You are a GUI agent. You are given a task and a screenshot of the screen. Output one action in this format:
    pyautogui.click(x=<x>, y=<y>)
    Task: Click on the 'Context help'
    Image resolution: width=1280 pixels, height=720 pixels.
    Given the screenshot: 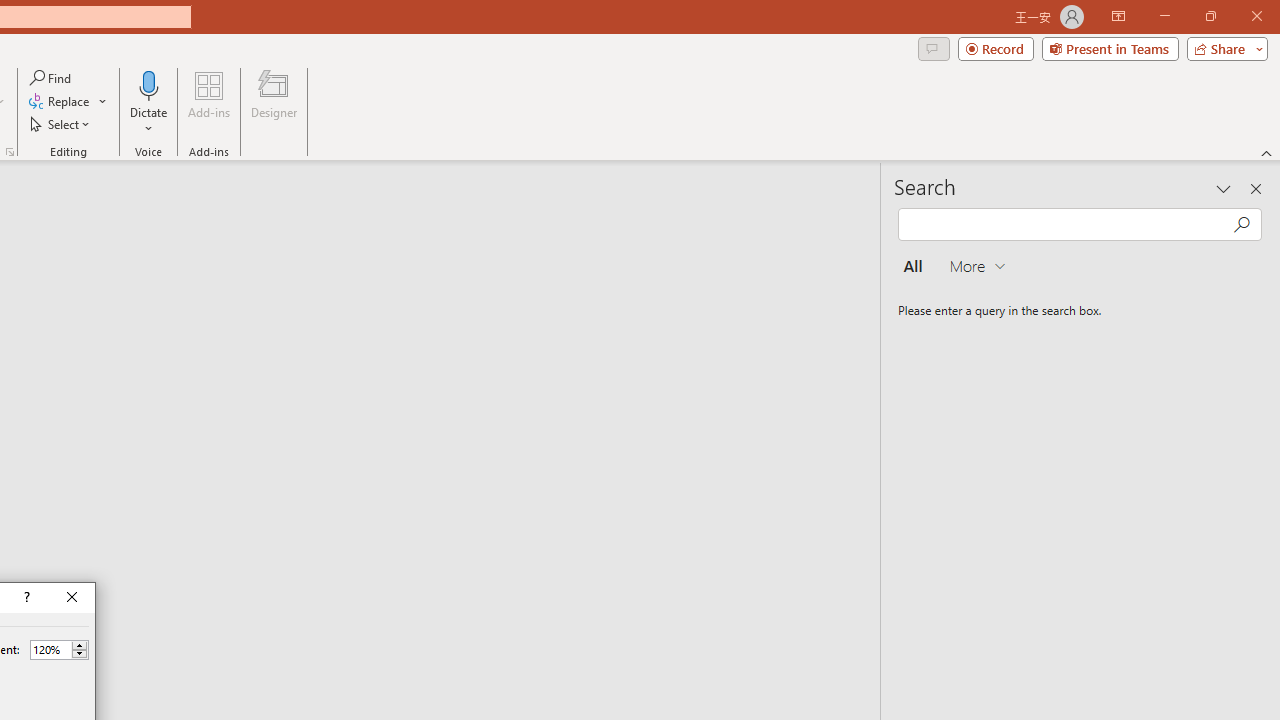 What is the action you would take?
    pyautogui.click(x=25, y=596)
    